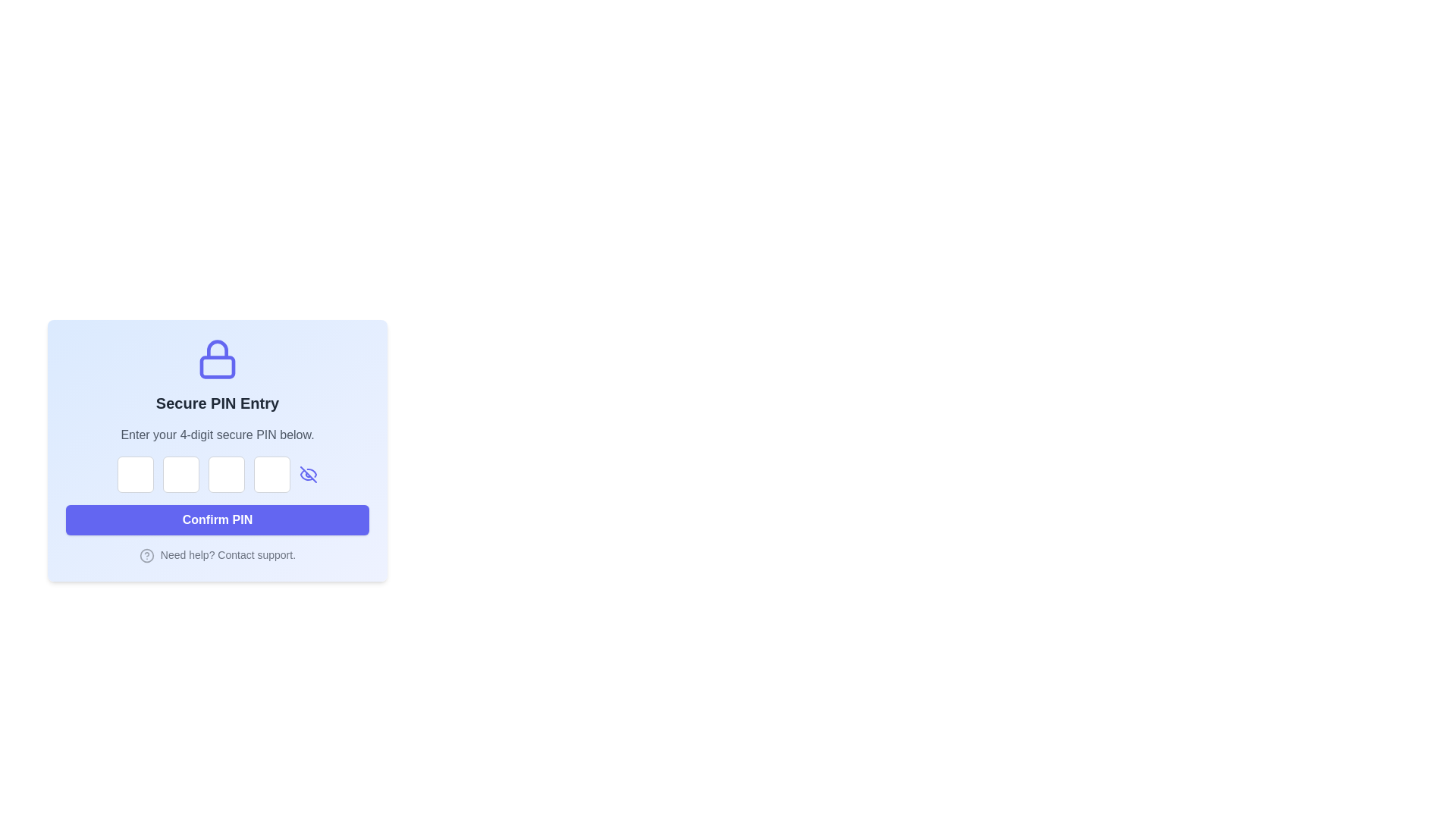 This screenshot has height=819, width=1456. Describe the element at coordinates (272, 473) in the screenshot. I see `the rightmost text input field in the PIN entry section and perform backspace keyboard action` at that location.